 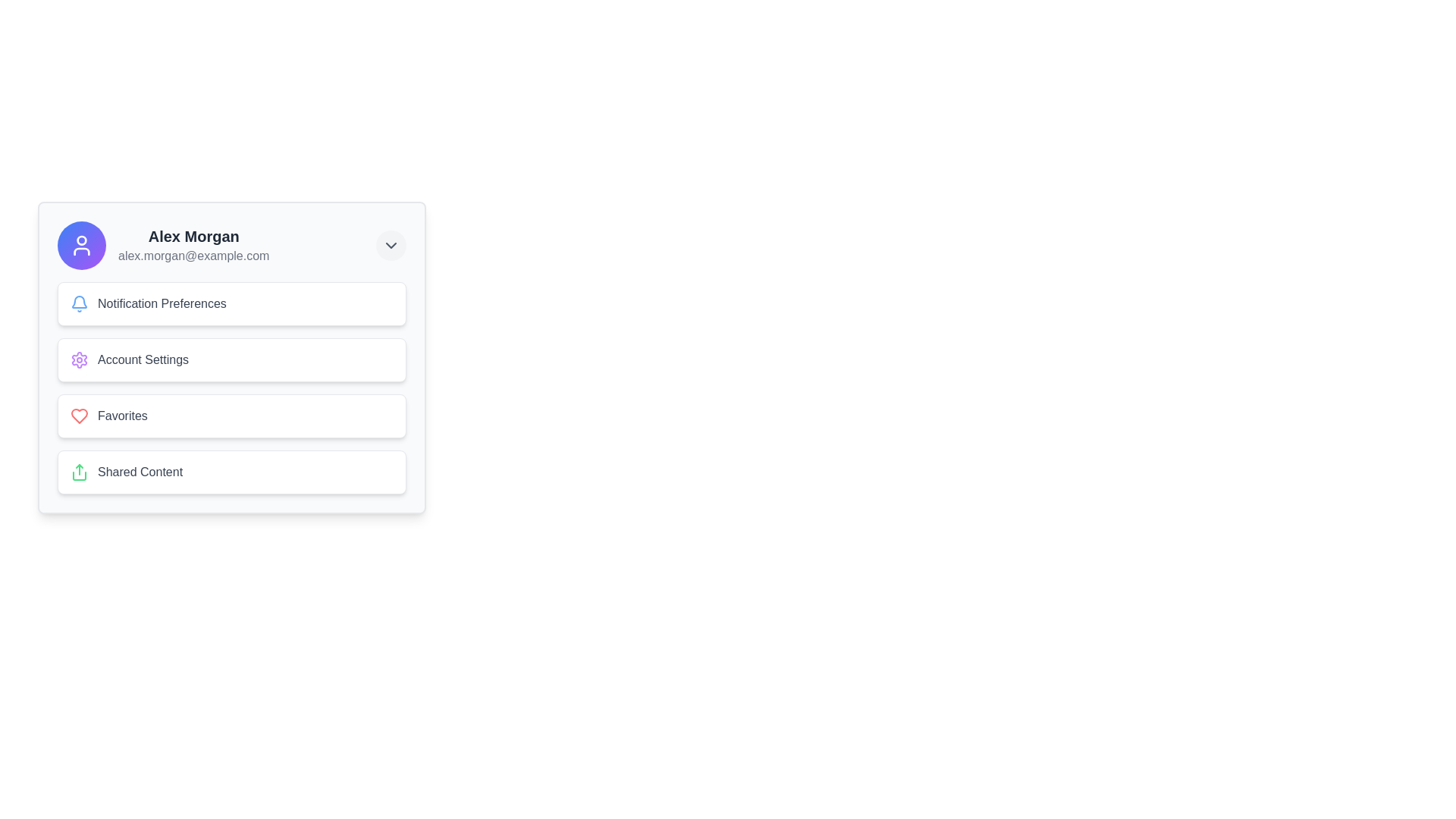 I want to click on the descriptive text label indicating the action related to sharing content, which is positioned to the right of the green share icon, so click(x=140, y=472).